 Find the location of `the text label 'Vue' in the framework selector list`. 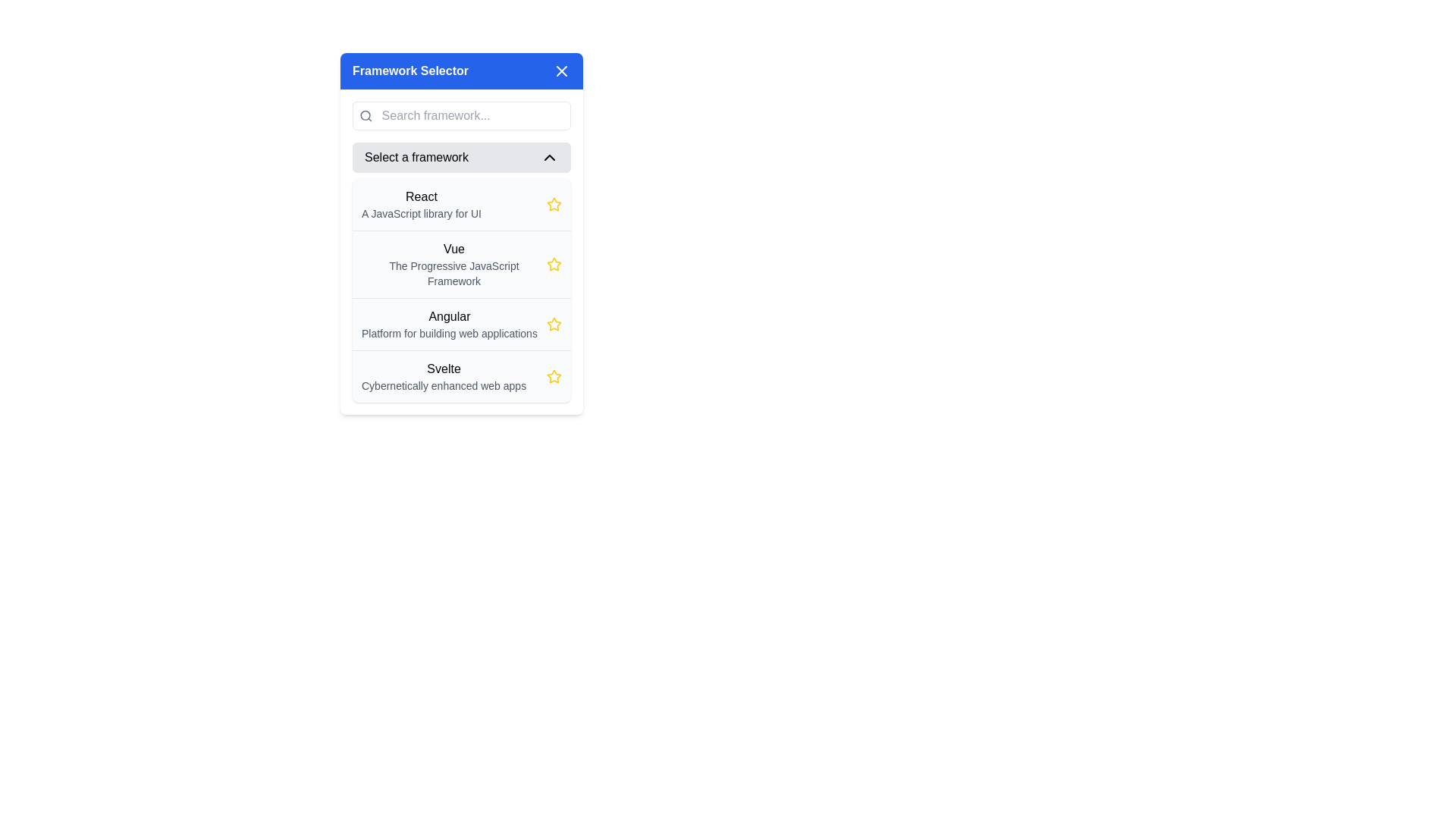

the text label 'Vue' in the framework selector list is located at coordinates (453, 263).